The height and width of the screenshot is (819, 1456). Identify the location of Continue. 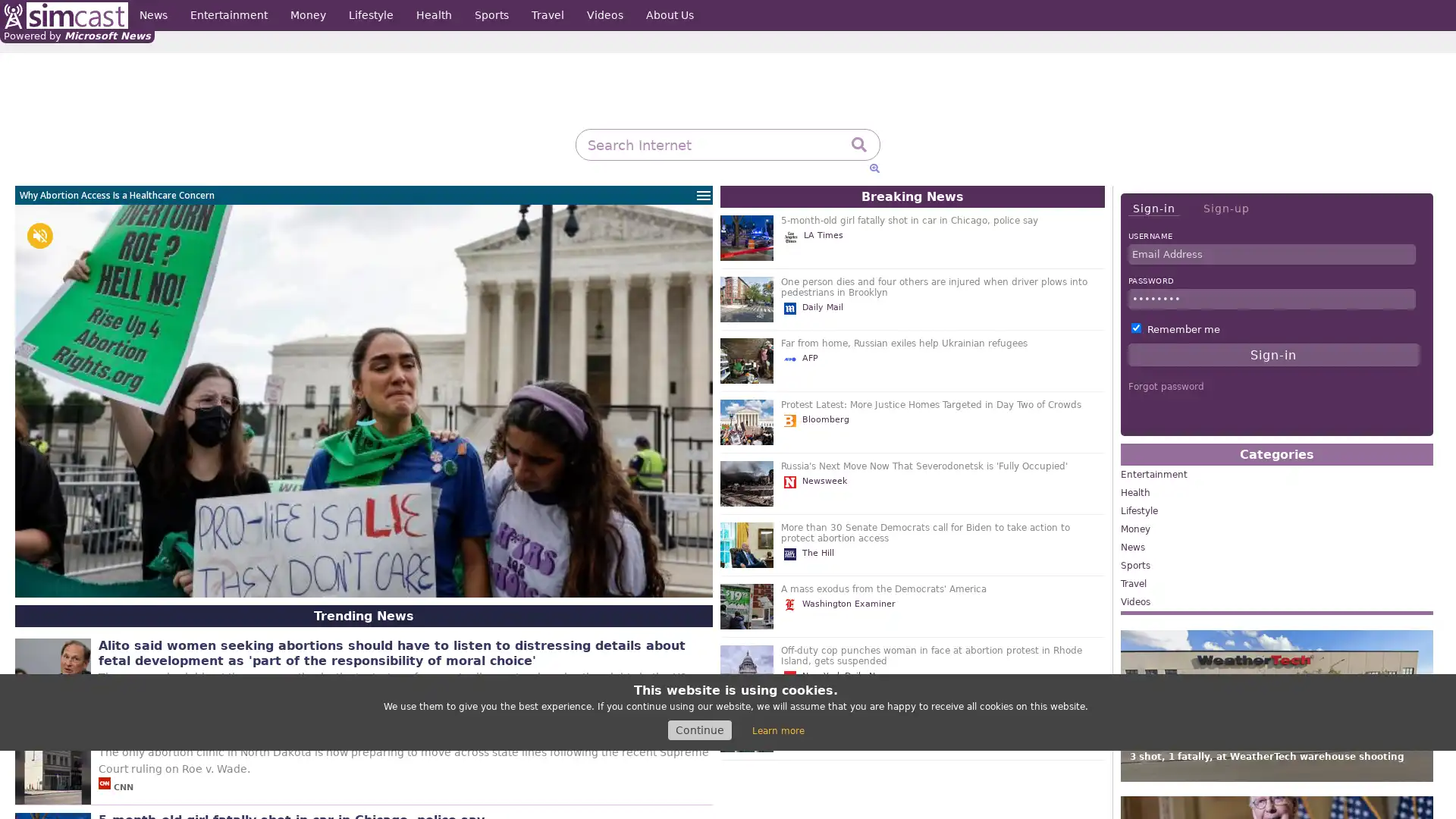
(698, 730).